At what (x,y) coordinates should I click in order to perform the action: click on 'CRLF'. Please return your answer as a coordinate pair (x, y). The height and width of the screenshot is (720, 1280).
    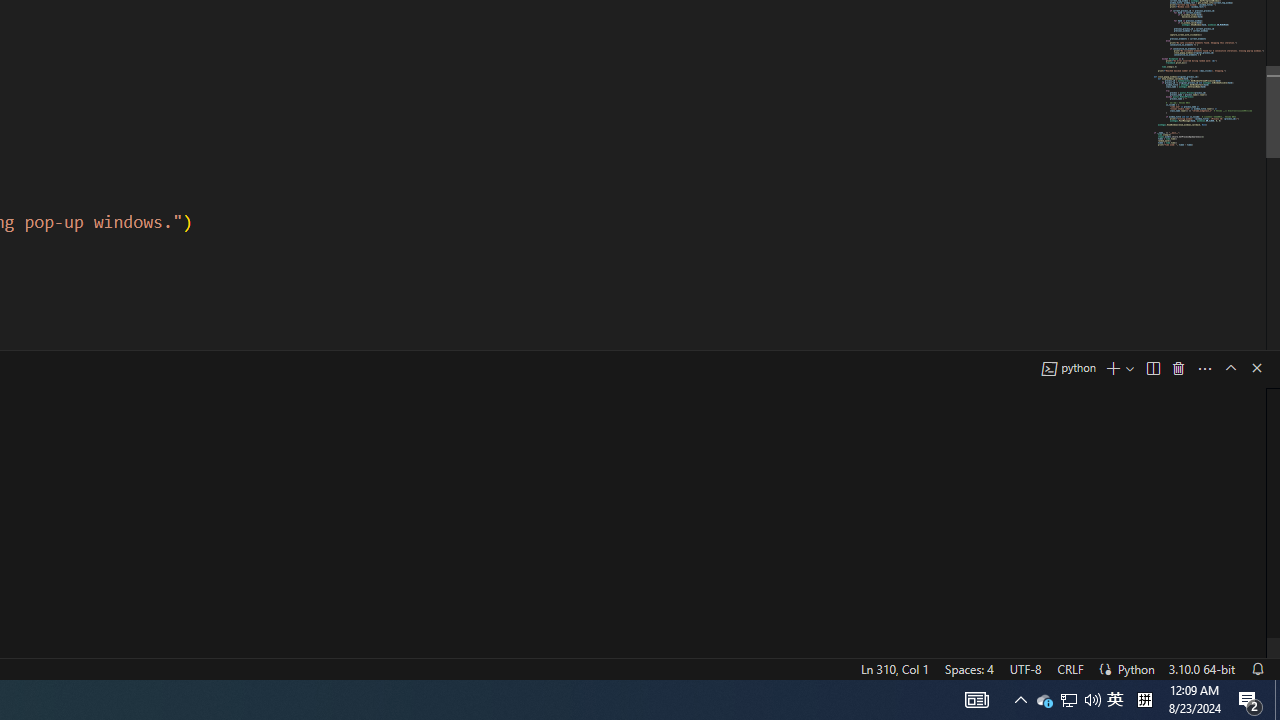
    Looking at the image, I should click on (1069, 668).